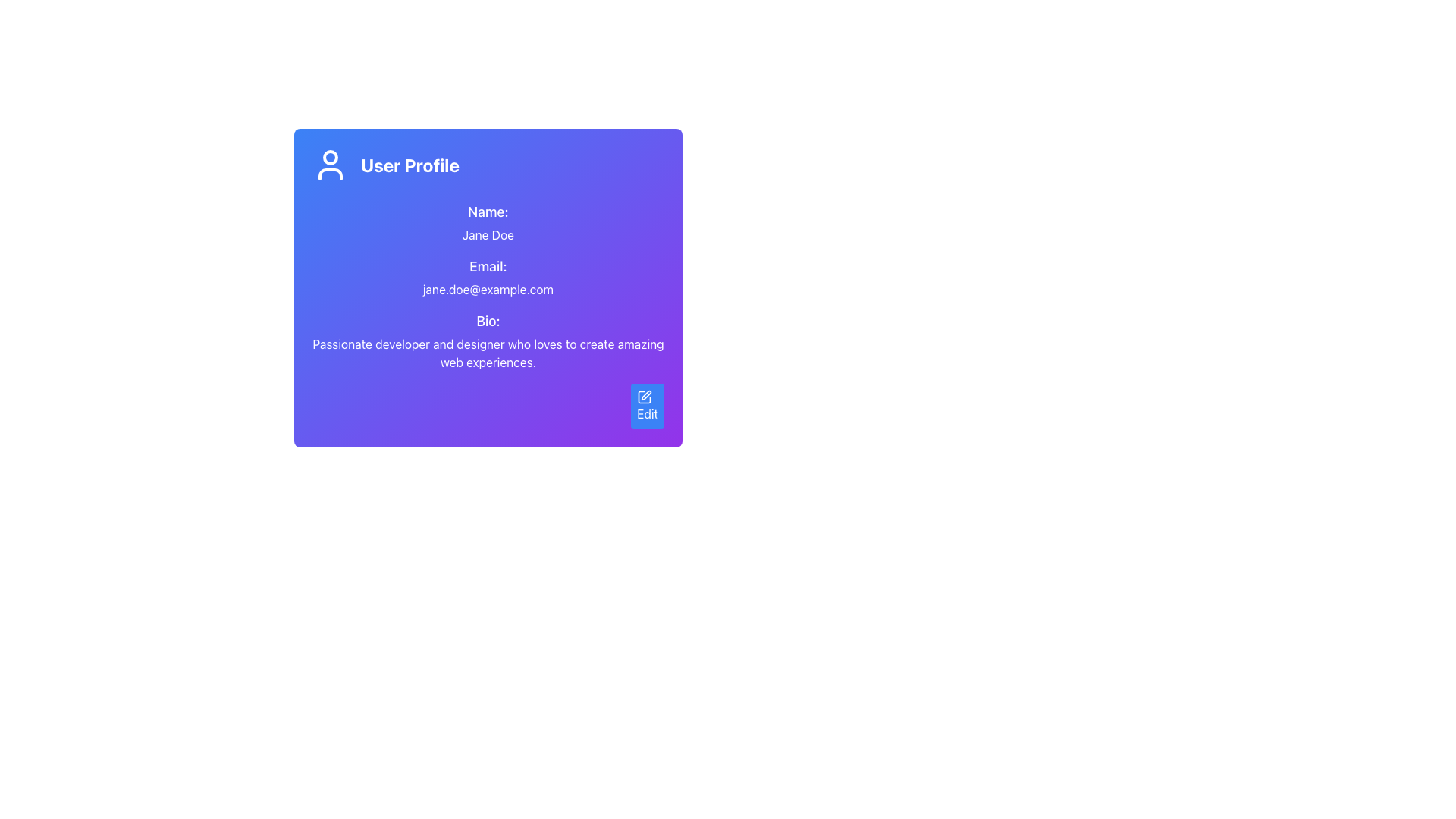  What do you see at coordinates (645, 397) in the screenshot?
I see `the small square icon with a pen overlay located to the left of the 'Edit' text inside the button at the bottom-right corner of the user profile card` at bounding box center [645, 397].